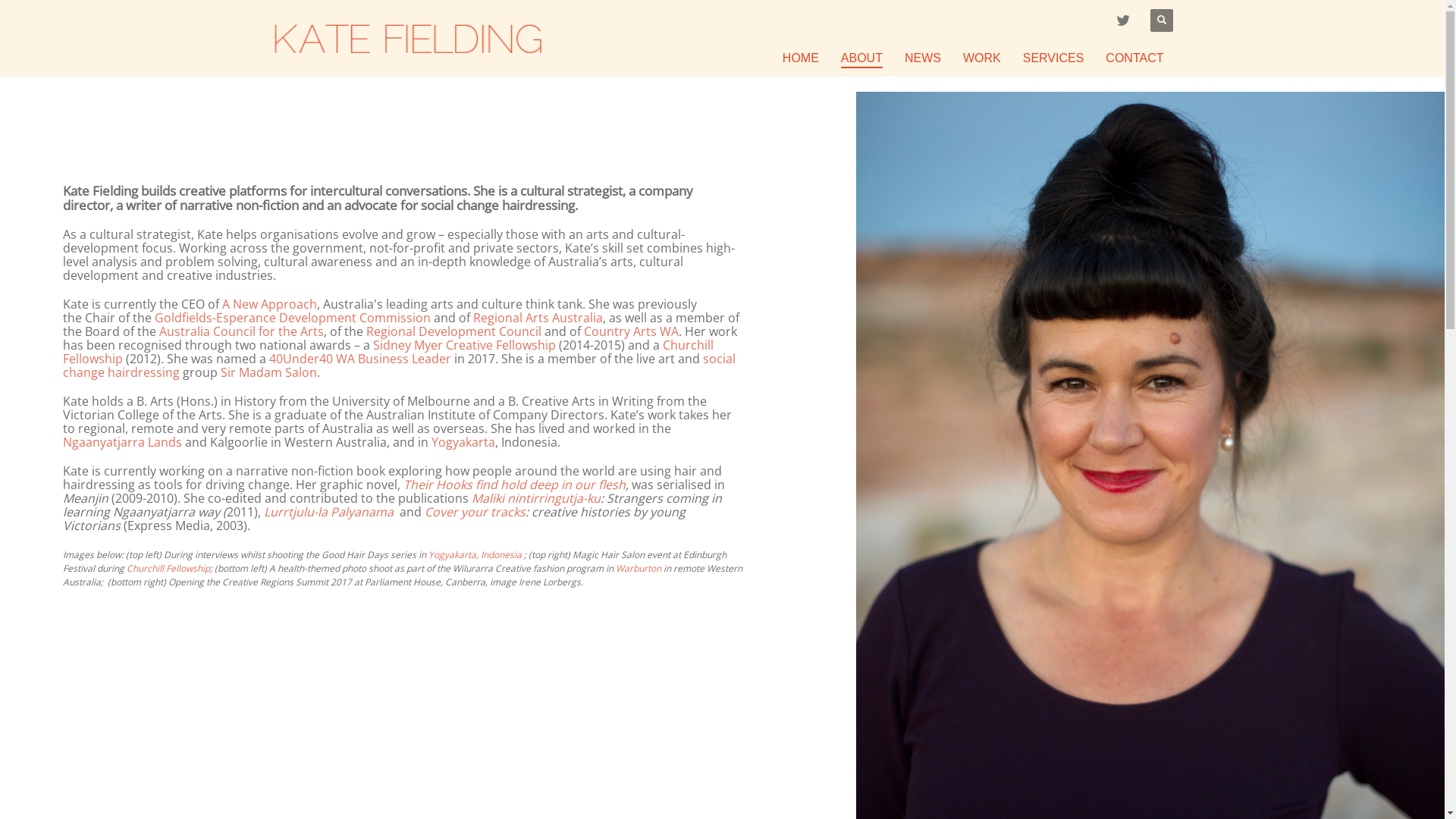  Describe the element at coordinates (638, 568) in the screenshot. I see `'Warburton'` at that location.